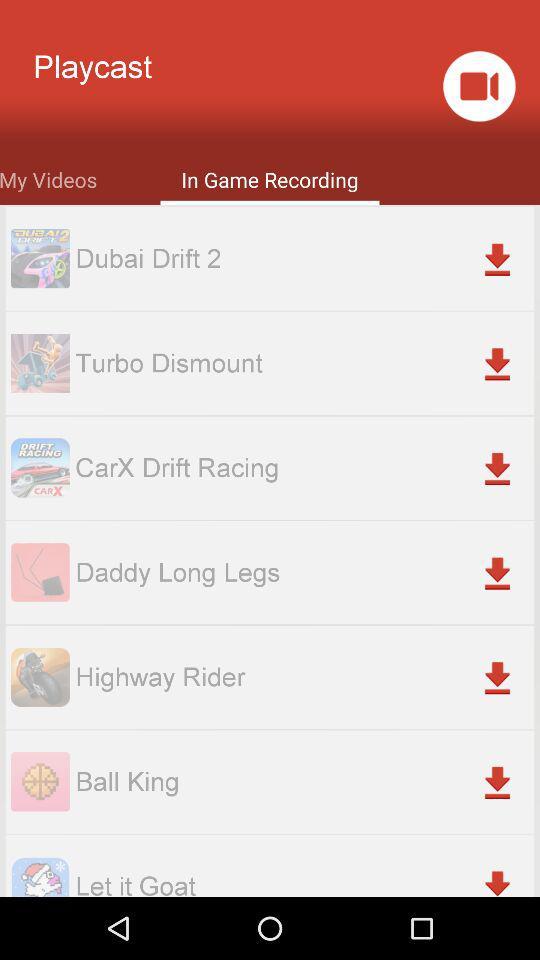 The image size is (540, 960). Describe the element at coordinates (303, 677) in the screenshot. I see `the highway rider icon` at that location.